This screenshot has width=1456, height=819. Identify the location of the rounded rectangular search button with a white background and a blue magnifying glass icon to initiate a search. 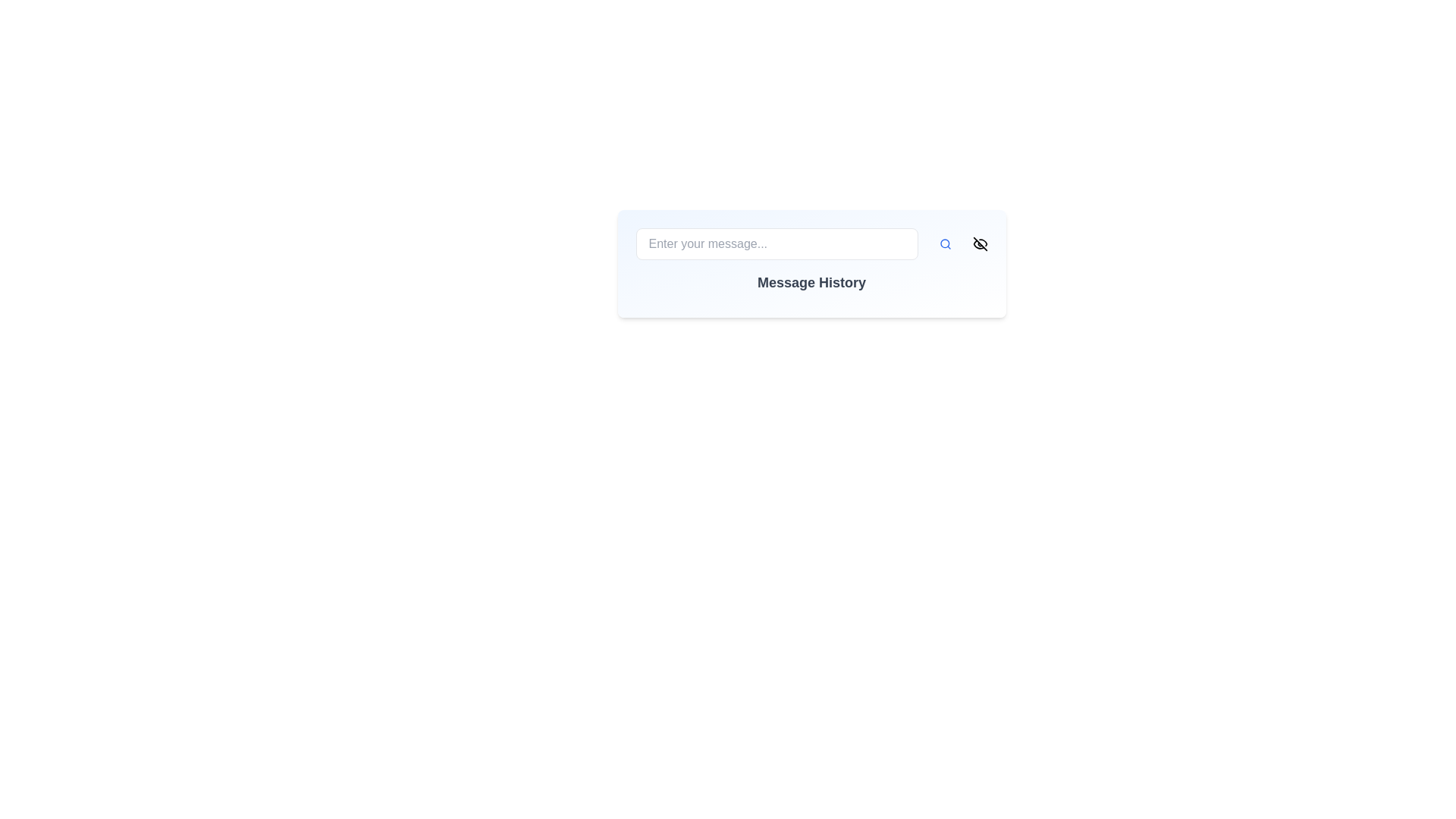
(944, 243).